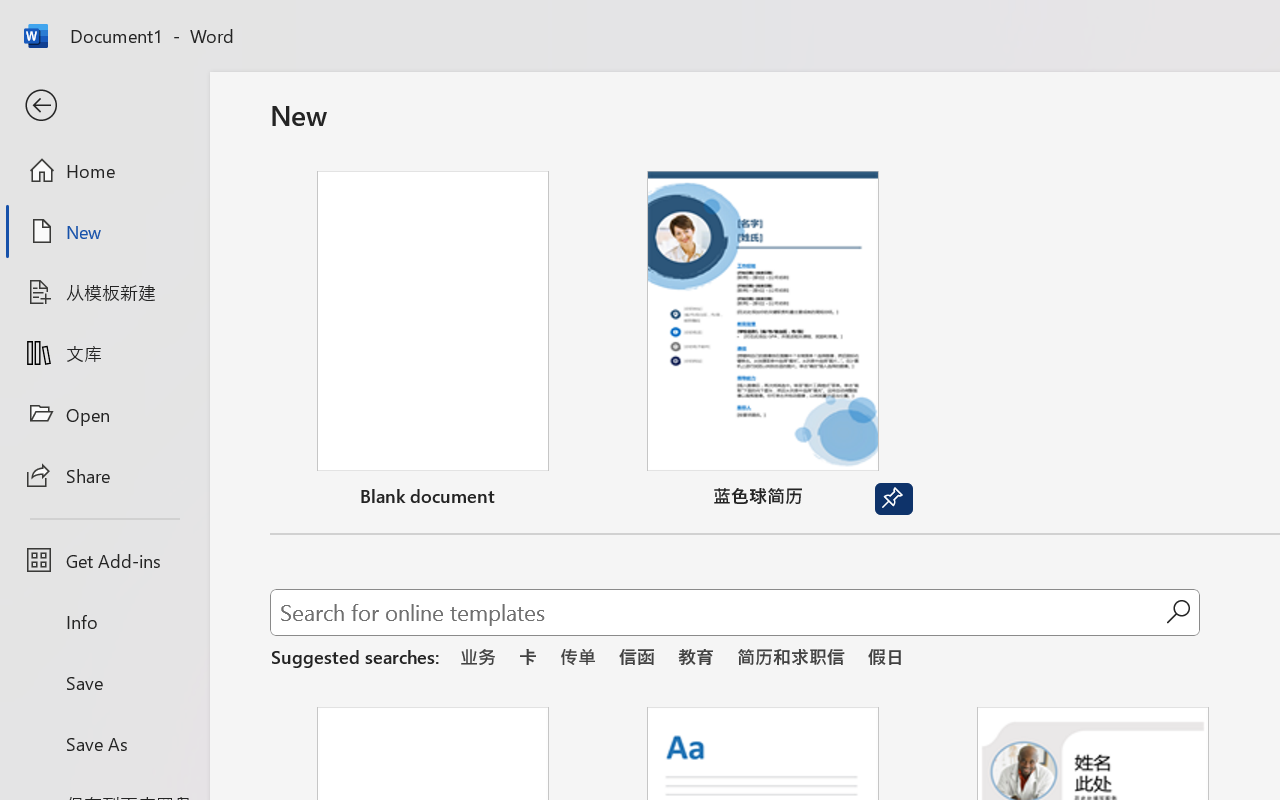 This screenshot has height=800, width=1280. I want to click on 'Start searching', so click(1178, 612).